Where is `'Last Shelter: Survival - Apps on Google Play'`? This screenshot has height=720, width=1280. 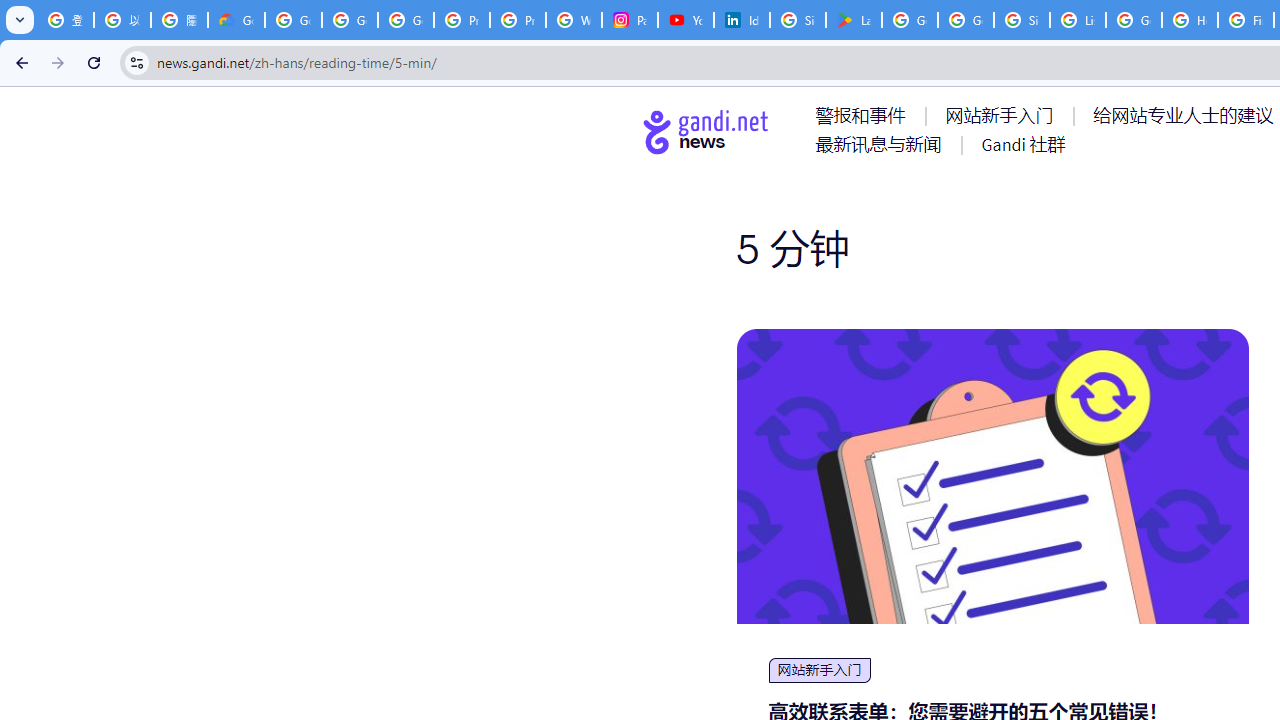
'Last Shelter: Survival - Apps on Google Play' is located at coordinates (853, 20).